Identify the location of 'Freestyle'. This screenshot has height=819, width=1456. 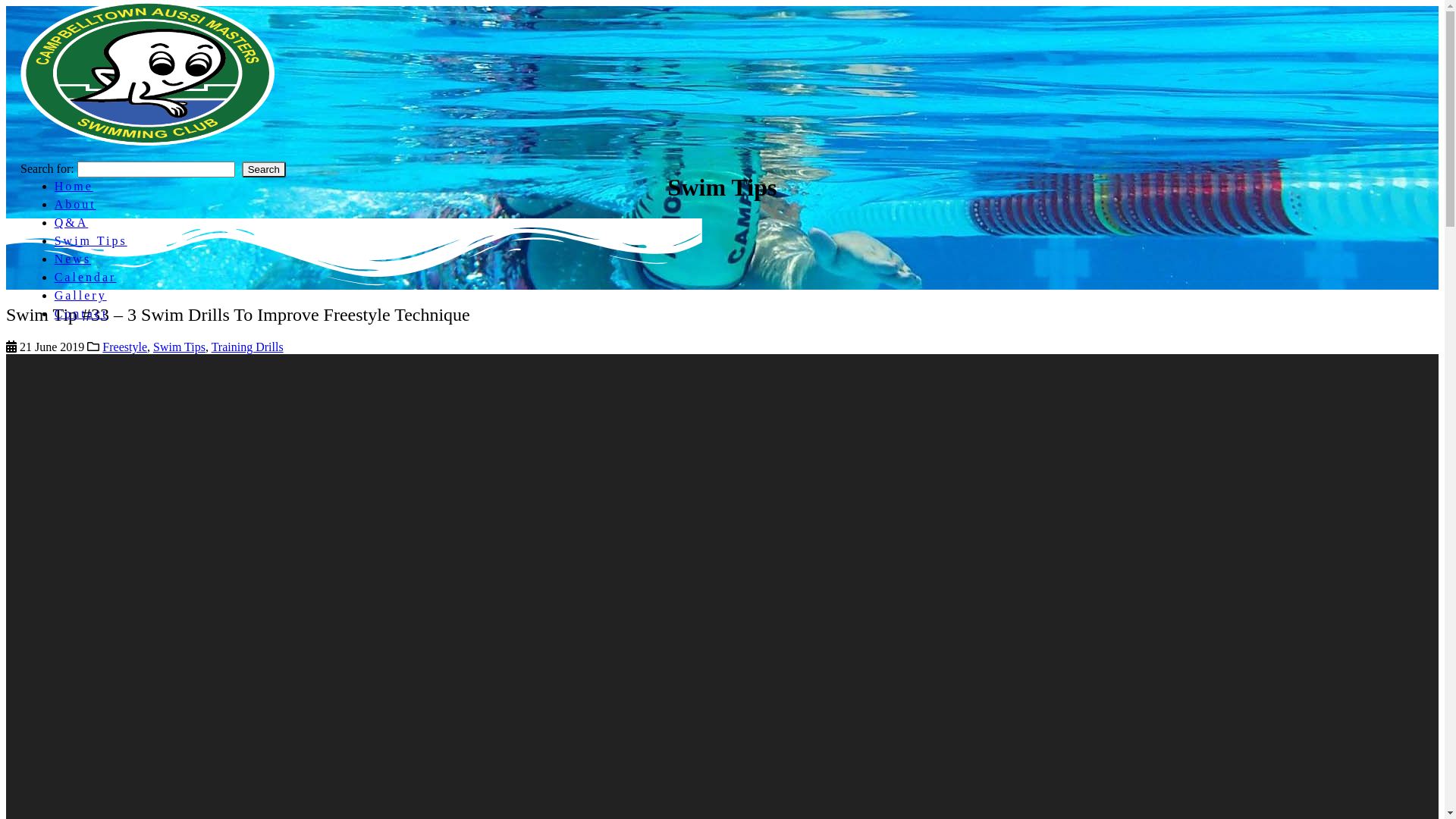
(124, 347).